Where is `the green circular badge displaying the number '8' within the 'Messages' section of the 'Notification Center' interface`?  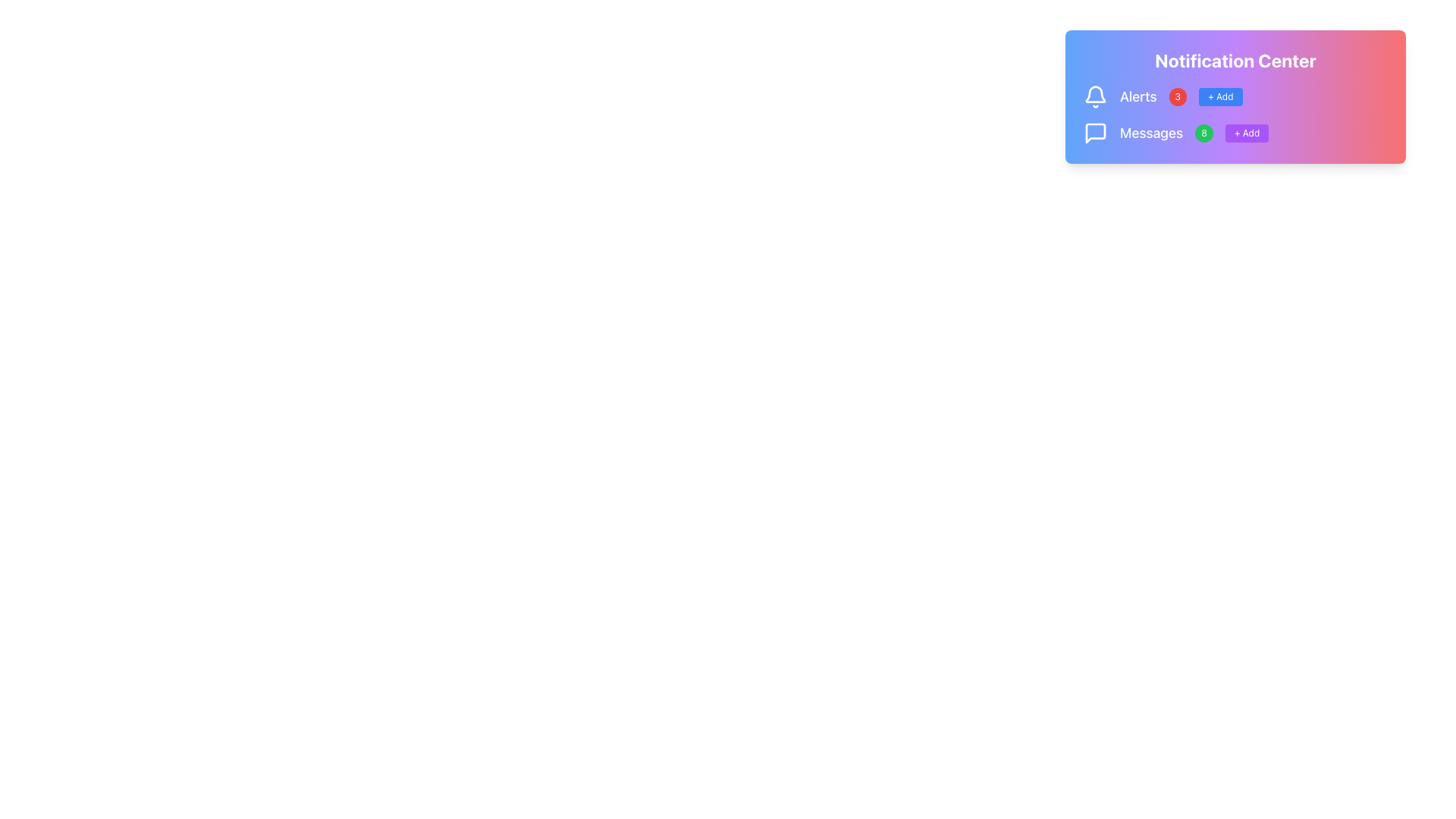 the green circular badge displaying the number '8' within the 'Messages' section of the 'Notification Center' interface is located at coordinates (1203, 133).